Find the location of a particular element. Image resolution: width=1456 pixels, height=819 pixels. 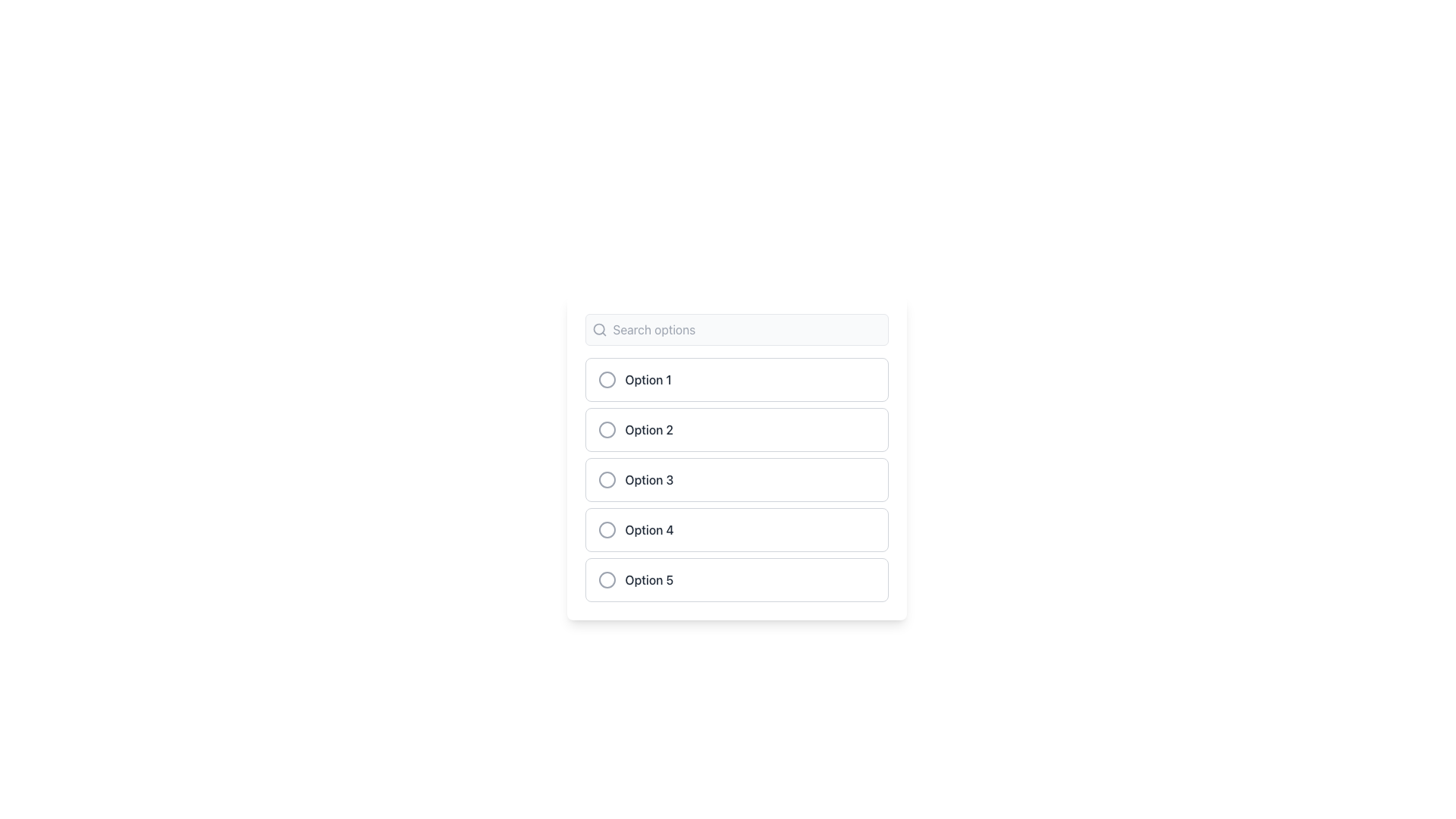

the third radio button option in a series of five vertically stacked options is located at coordinates (736, 479).